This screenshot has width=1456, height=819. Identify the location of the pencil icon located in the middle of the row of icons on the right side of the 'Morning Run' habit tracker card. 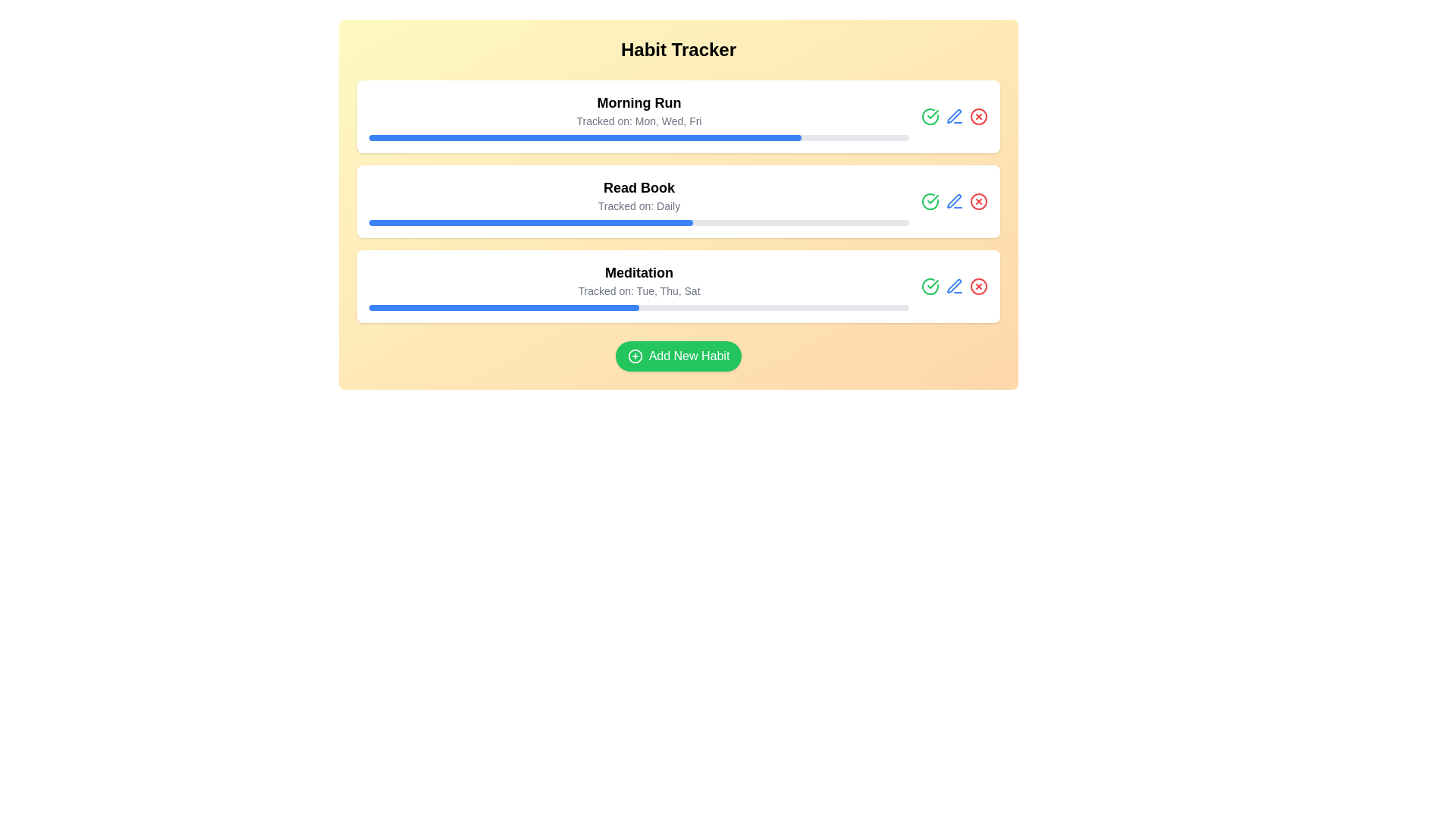
(953, 116).